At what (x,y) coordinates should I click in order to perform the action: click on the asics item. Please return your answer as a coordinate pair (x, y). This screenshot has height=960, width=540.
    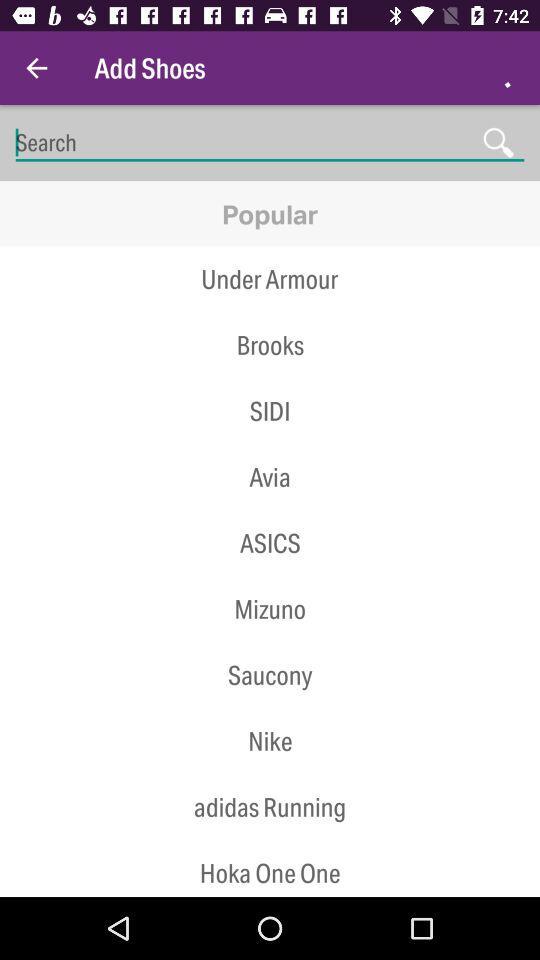
    Looking at the image, I should click on (270, 543).